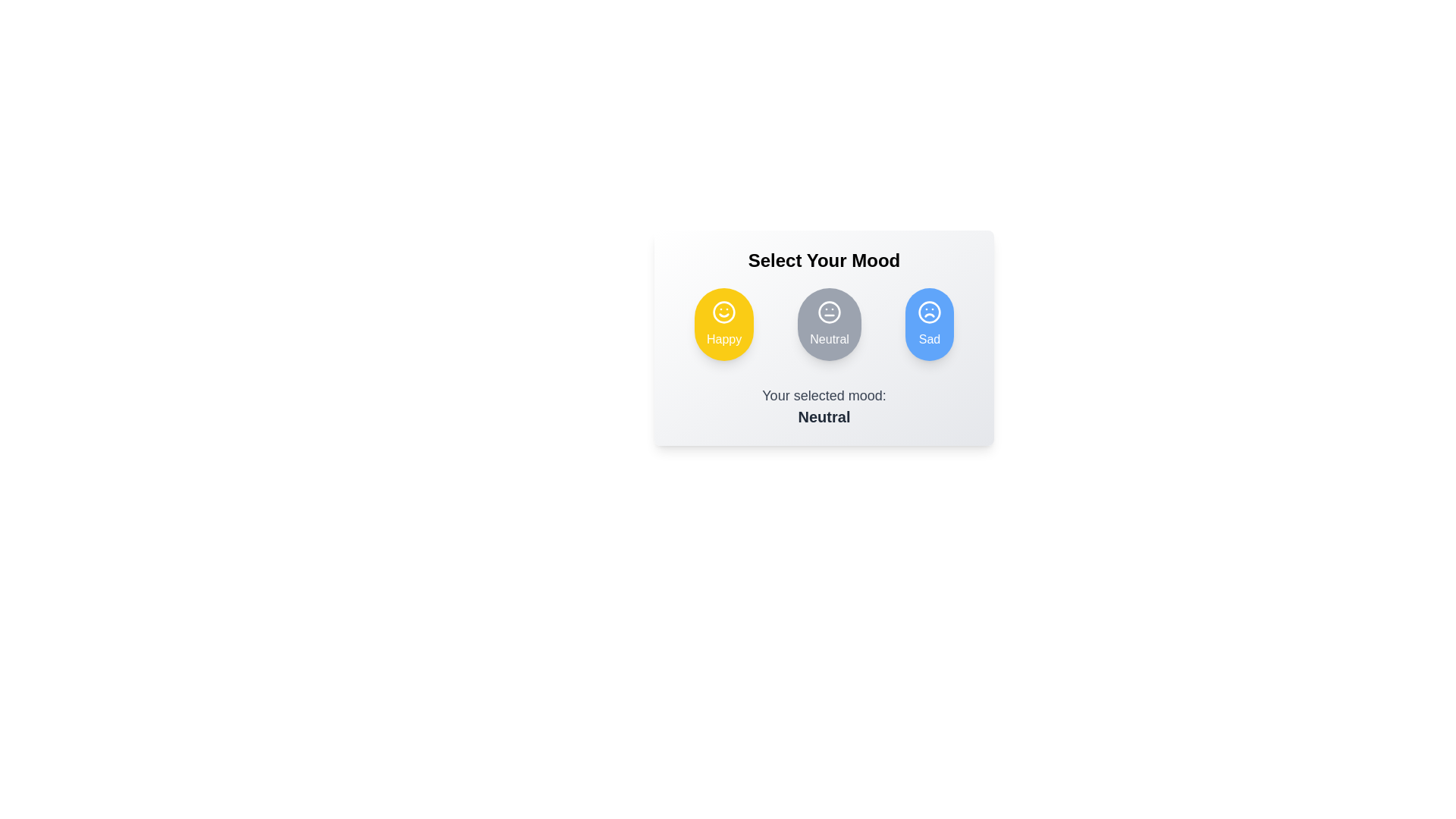  What do you see at coordinates (928, 312) in the screenshot?
I see `the 'Sad' mood icon located at the center of the blue circular button labeled 'Sad'` at bounding box center [928, 312].